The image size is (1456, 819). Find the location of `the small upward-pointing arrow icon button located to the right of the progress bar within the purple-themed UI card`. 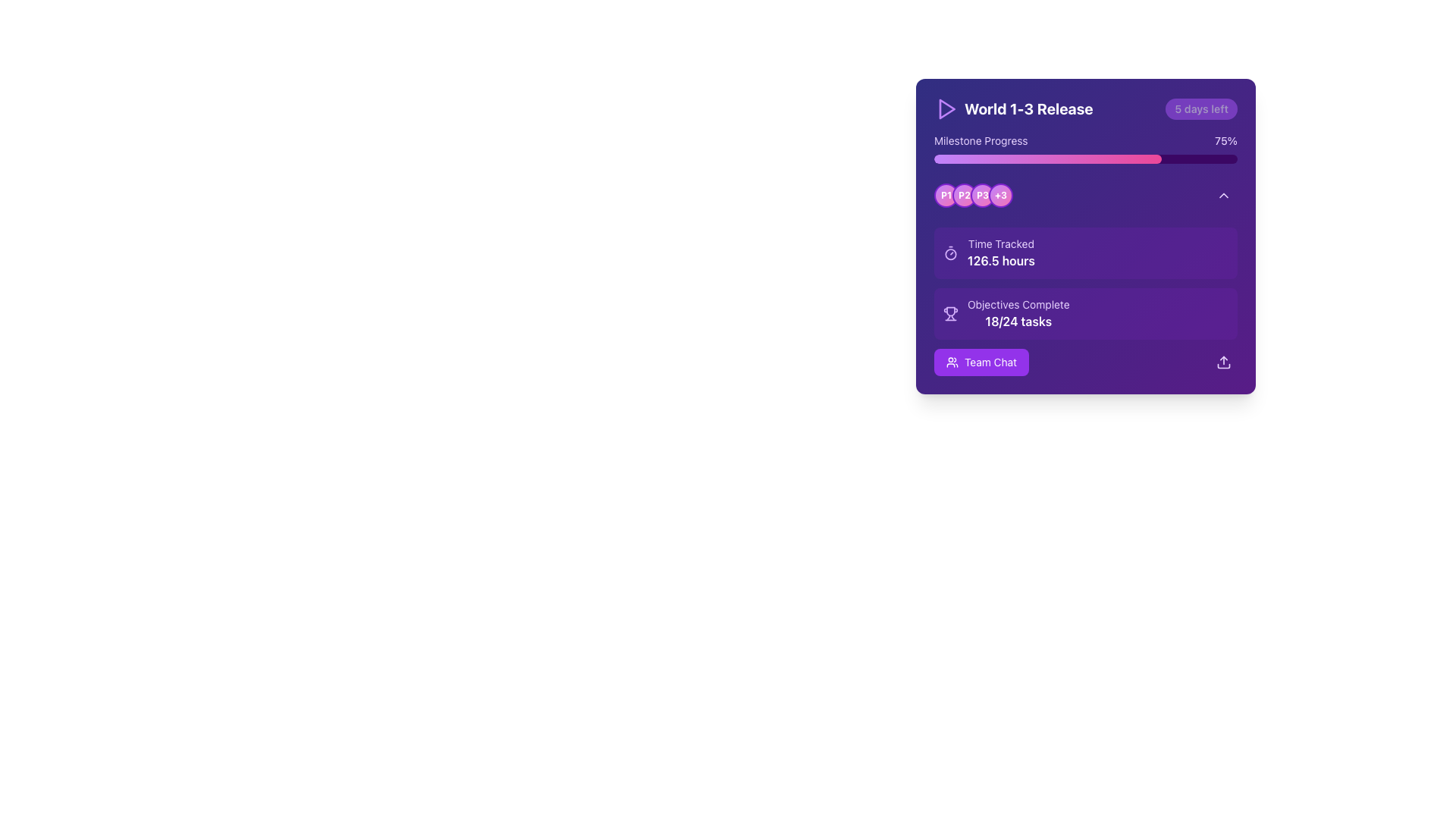

the small upward-pointing arrow icon button located to the right of the progress bar within the purple-themed UI card is located at coordinates (1223, 195).